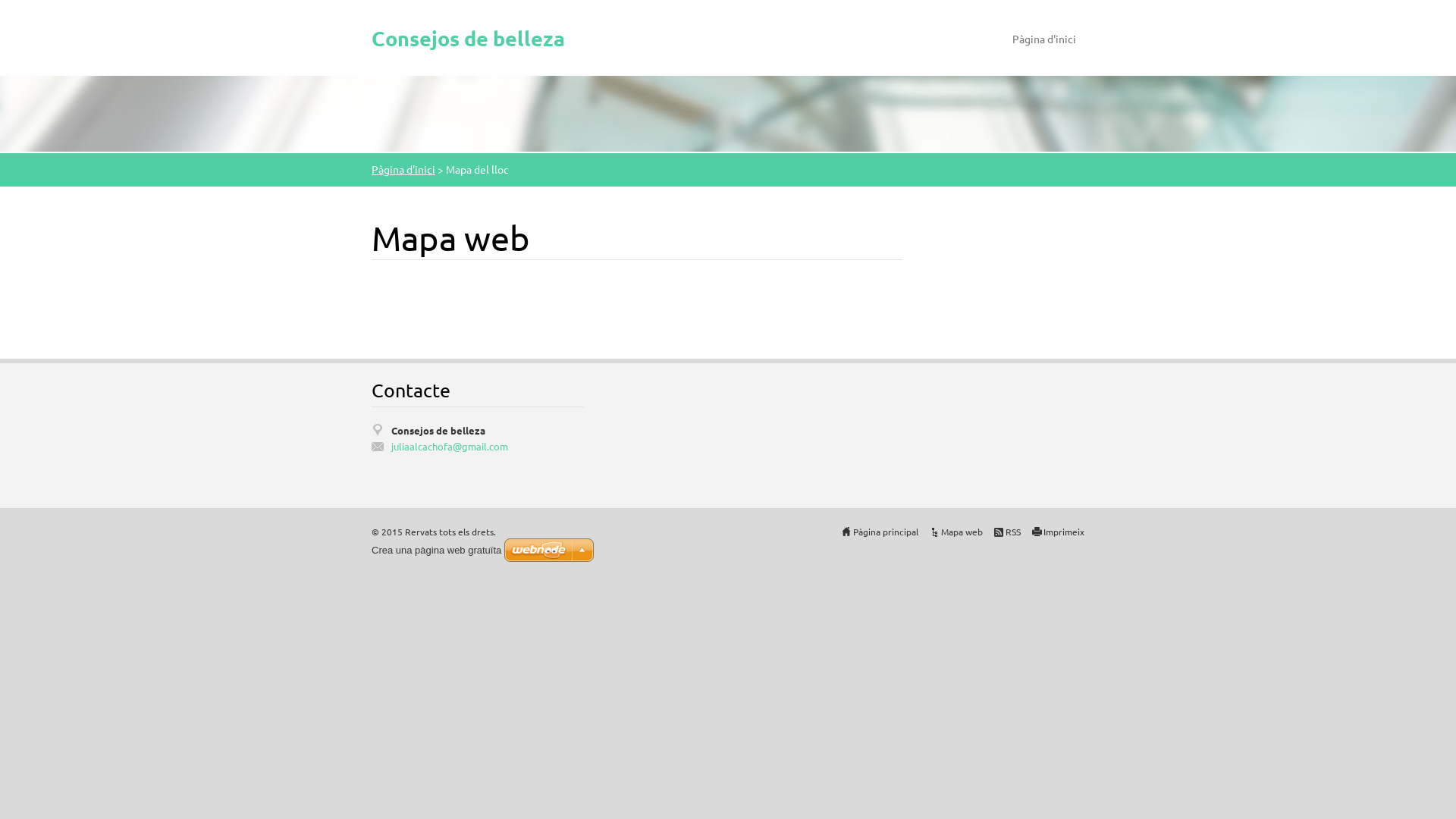 The image size is (1456, 819). Describe the element at coordinates (961, 531) in the screenshot. I see `'Mapa web'` at that location.